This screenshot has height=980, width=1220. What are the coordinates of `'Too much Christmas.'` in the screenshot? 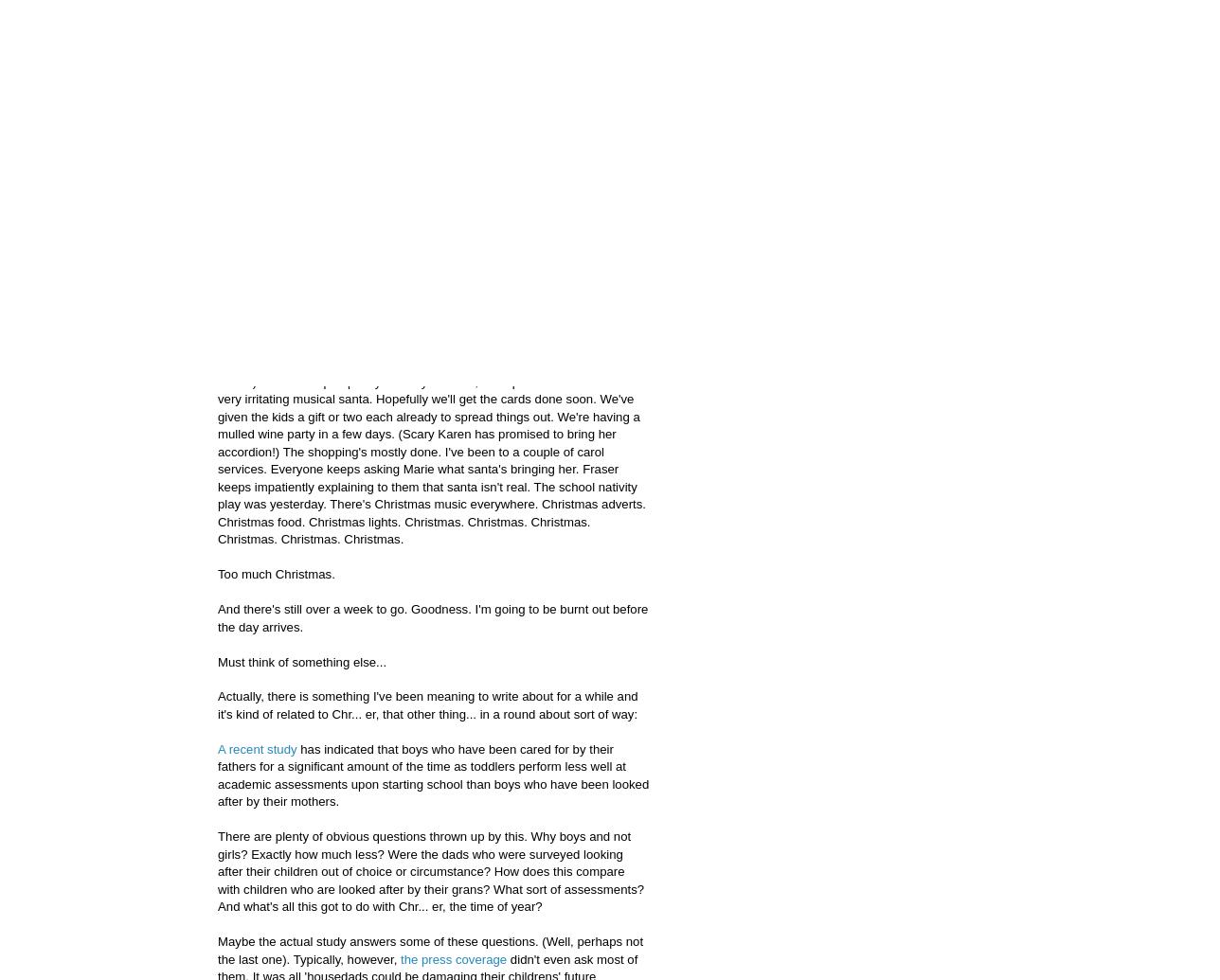 It's located at (276, 573).